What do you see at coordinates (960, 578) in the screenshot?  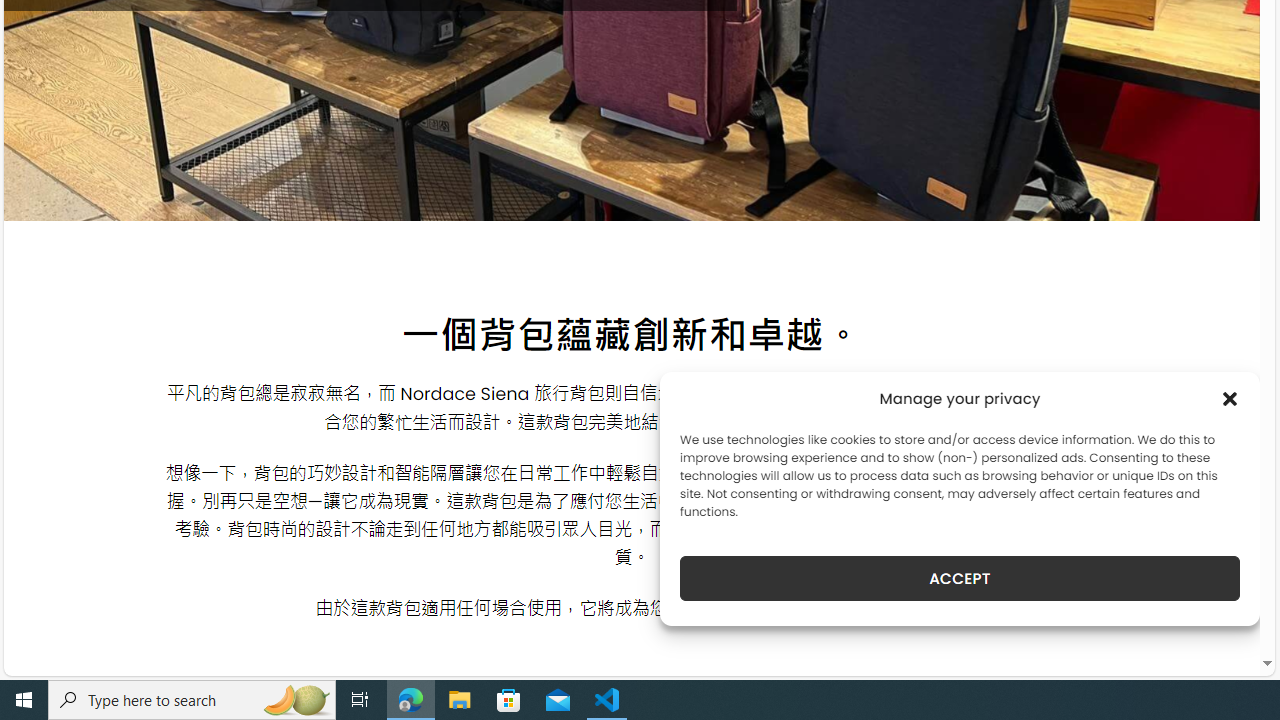 I see `'ACCEPT'` at bounding box center [960, 578].